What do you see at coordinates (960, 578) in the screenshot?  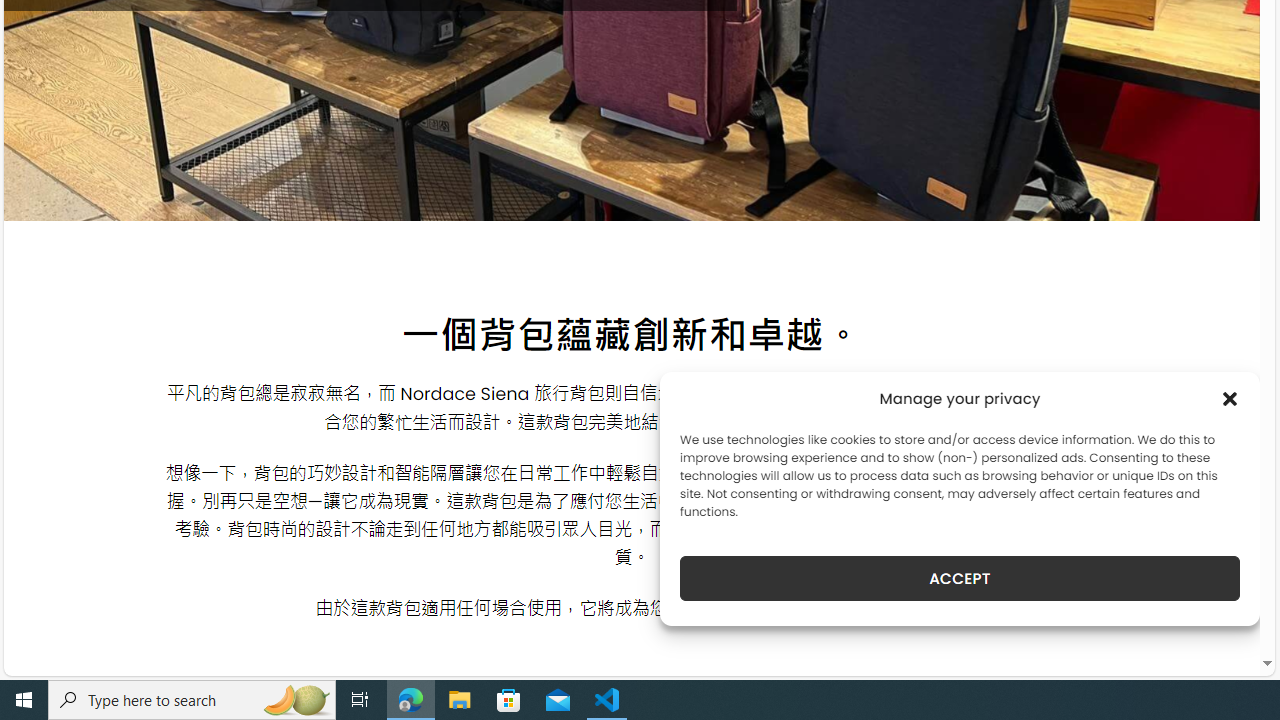 I see `'ACCEPT'` at bounding box center [960, 578].